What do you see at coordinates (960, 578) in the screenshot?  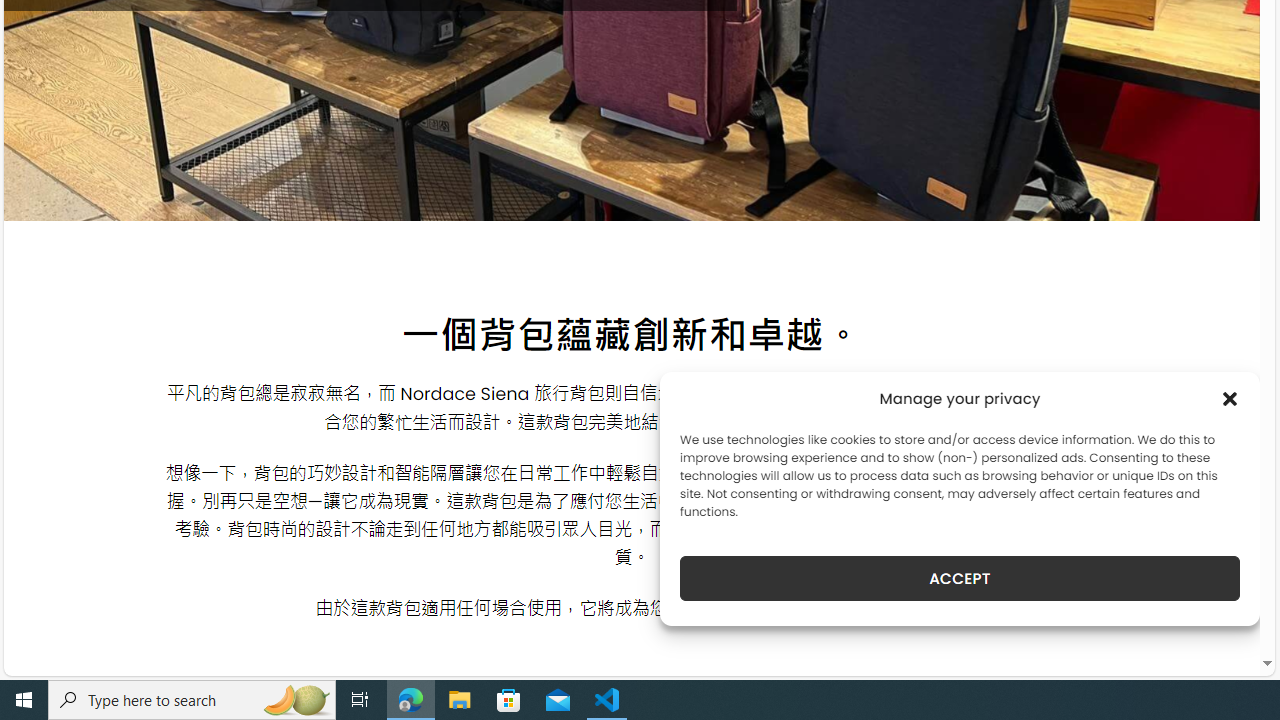 I see `'ACCEPT'` at bounding box center [960, 578].